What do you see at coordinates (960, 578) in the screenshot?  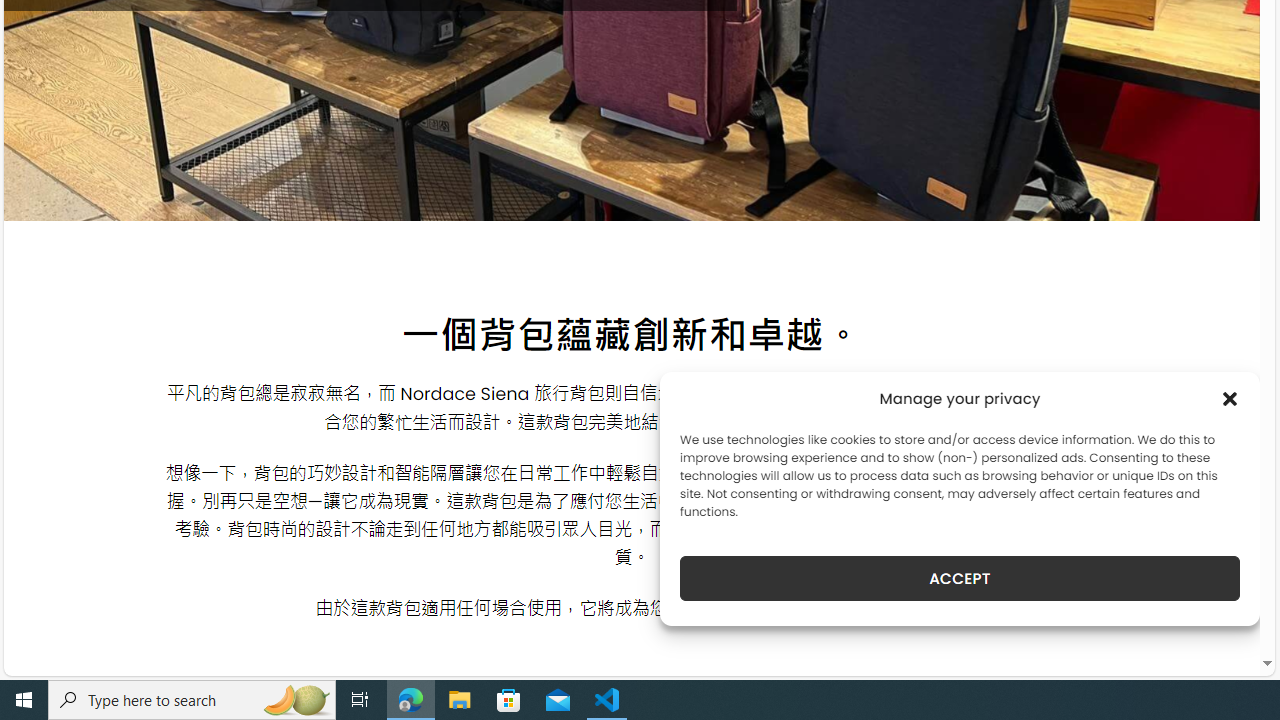 I see `'ACCEPT'` at bounding box center [960, 578].